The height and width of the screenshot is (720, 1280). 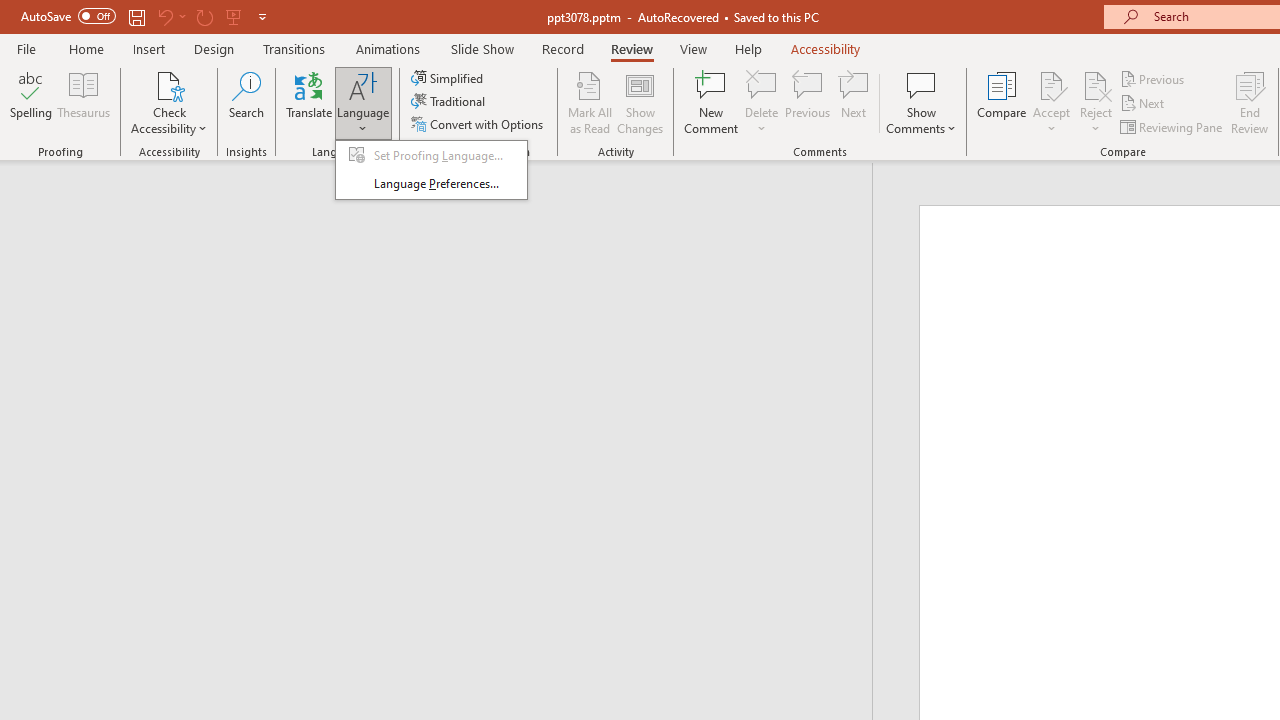 I want to click on 'Mark All as Read', so click(x=589, y=103).